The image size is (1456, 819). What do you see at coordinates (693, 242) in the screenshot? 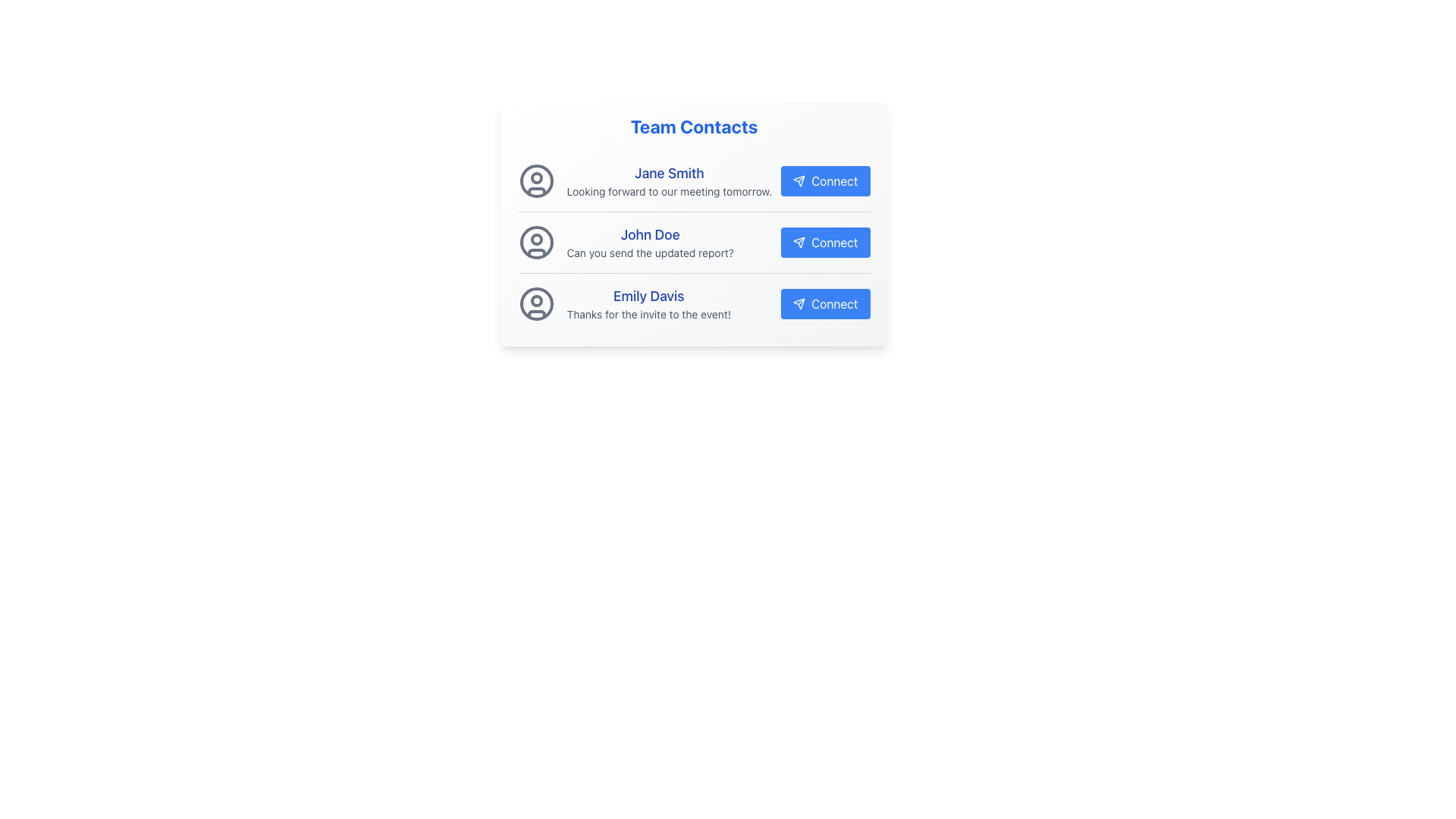
I see `the contact entry row for the second contact in the list, which includes the contact's name and message preview` at bounding box center [693, 242].